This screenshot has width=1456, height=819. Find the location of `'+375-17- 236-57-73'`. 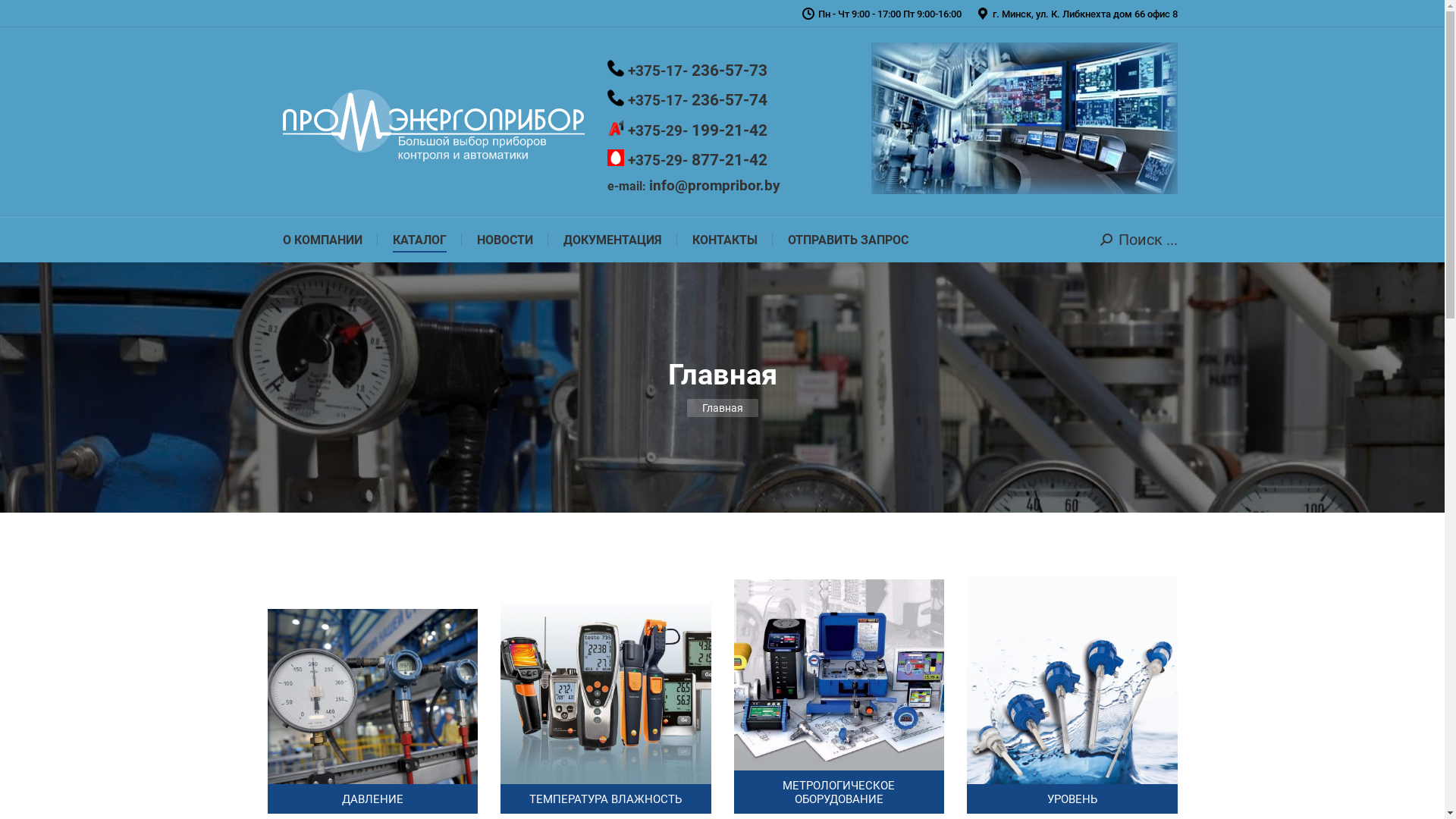

'+375-17- 236-57-73' is located at coordinates (686, 71).